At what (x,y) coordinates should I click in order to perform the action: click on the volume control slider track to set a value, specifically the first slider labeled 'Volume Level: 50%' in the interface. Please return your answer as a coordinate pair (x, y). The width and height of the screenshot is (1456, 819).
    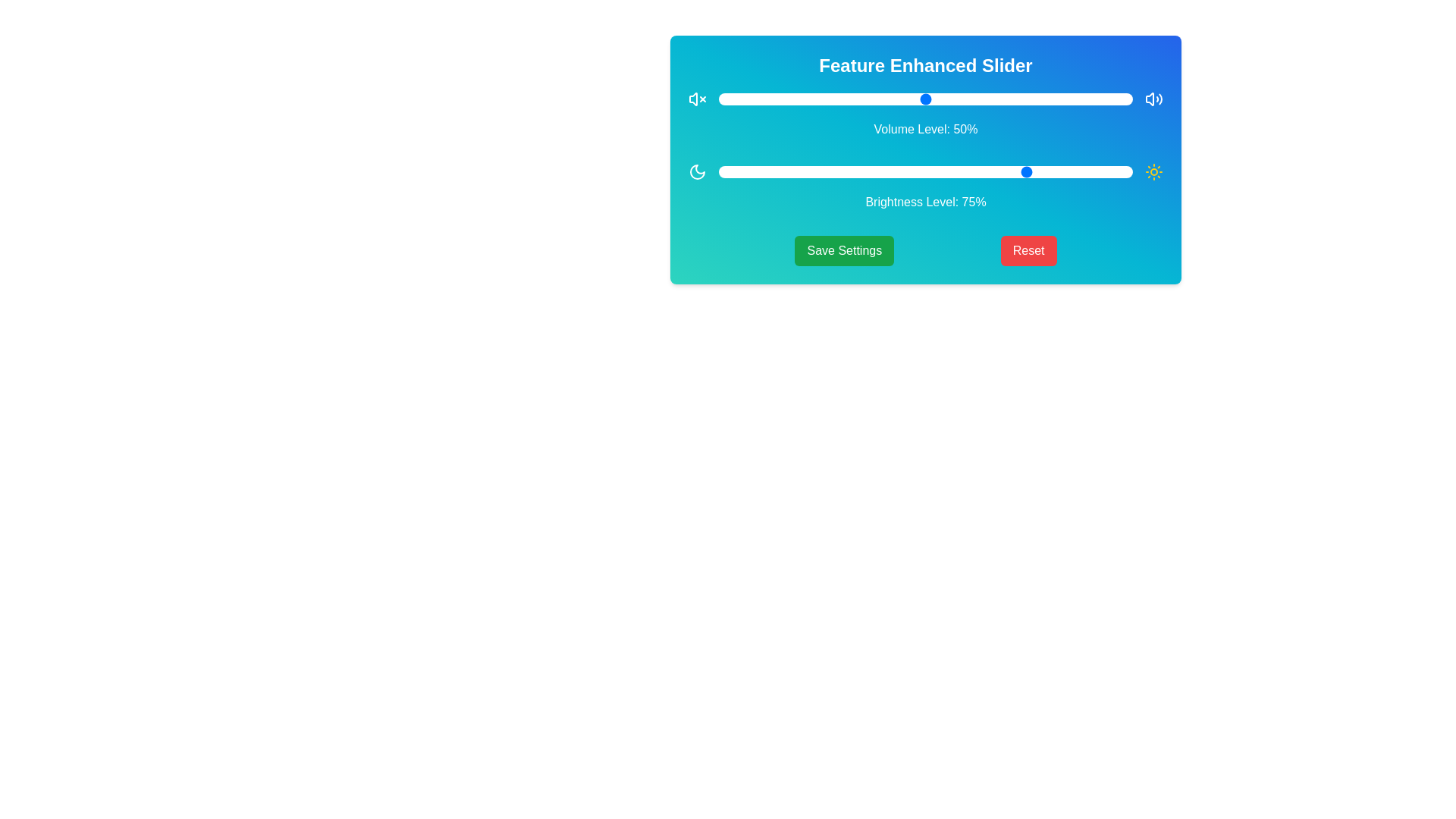
    Looking at the image, I should click on (924, 99).